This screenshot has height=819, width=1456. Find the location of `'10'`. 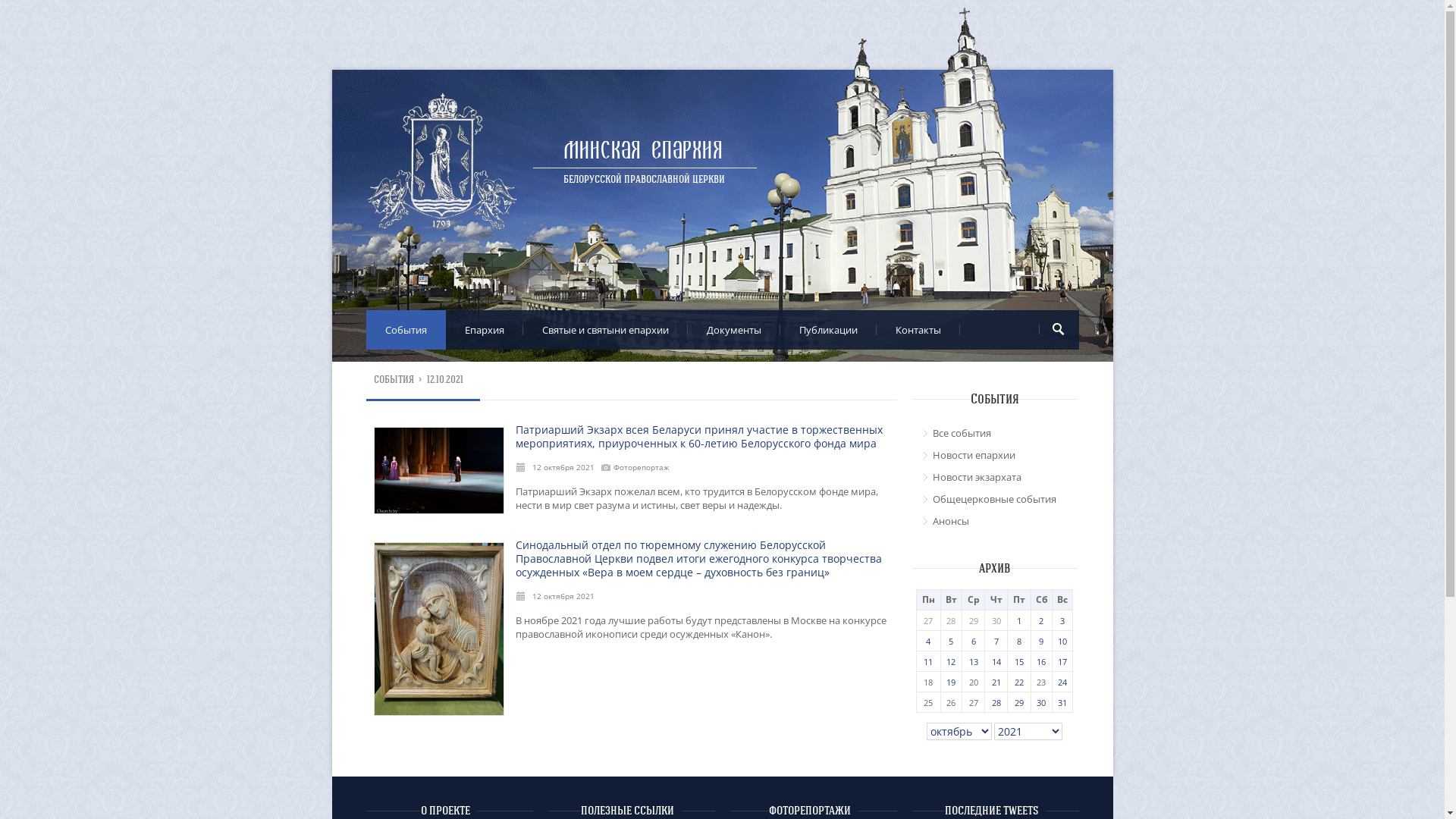

'10' is located at coordinates (1062, 641).